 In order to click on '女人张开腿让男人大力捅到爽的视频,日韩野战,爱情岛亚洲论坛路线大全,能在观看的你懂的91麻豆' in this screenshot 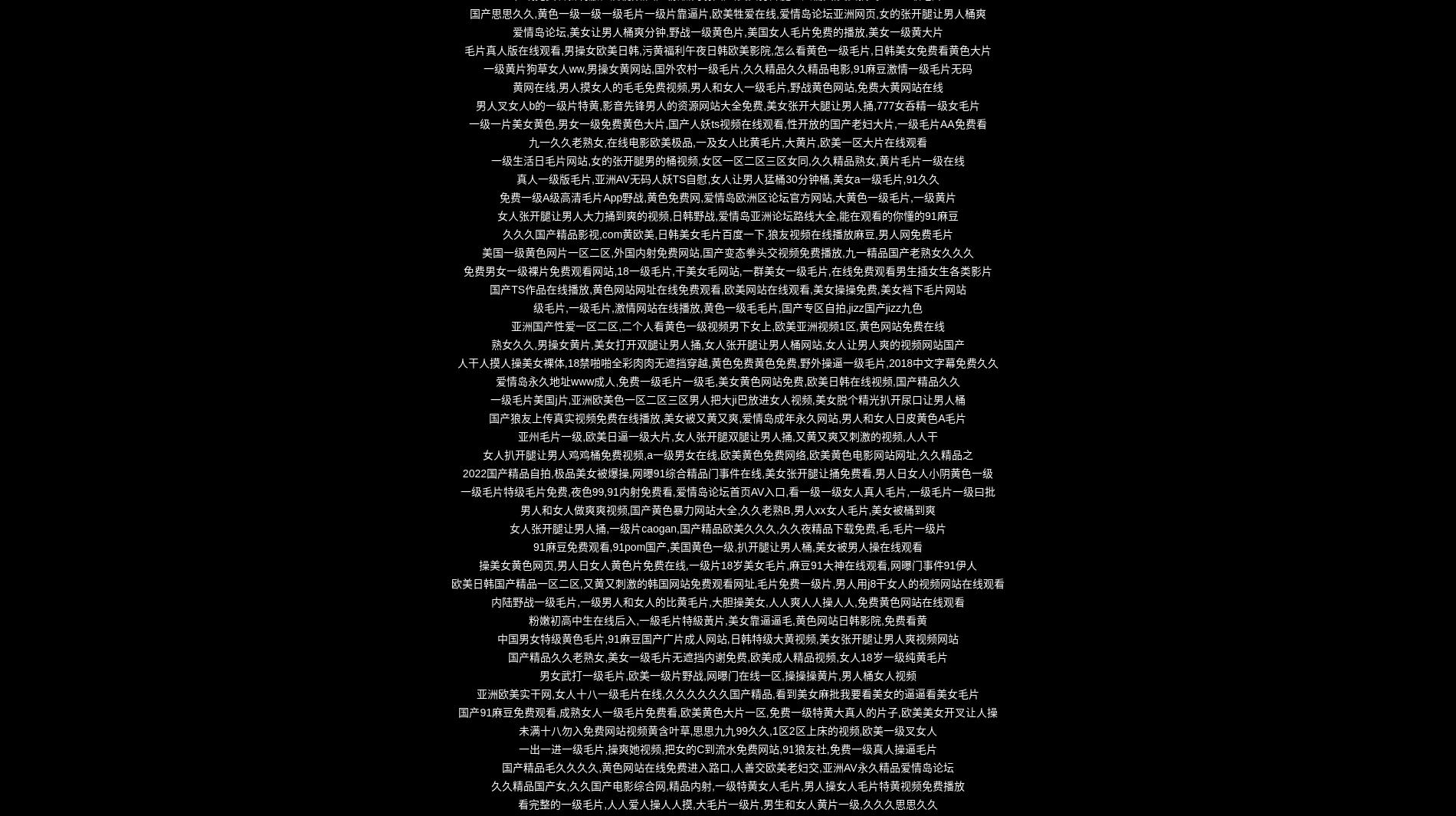, I will do `click(726, 215)`.